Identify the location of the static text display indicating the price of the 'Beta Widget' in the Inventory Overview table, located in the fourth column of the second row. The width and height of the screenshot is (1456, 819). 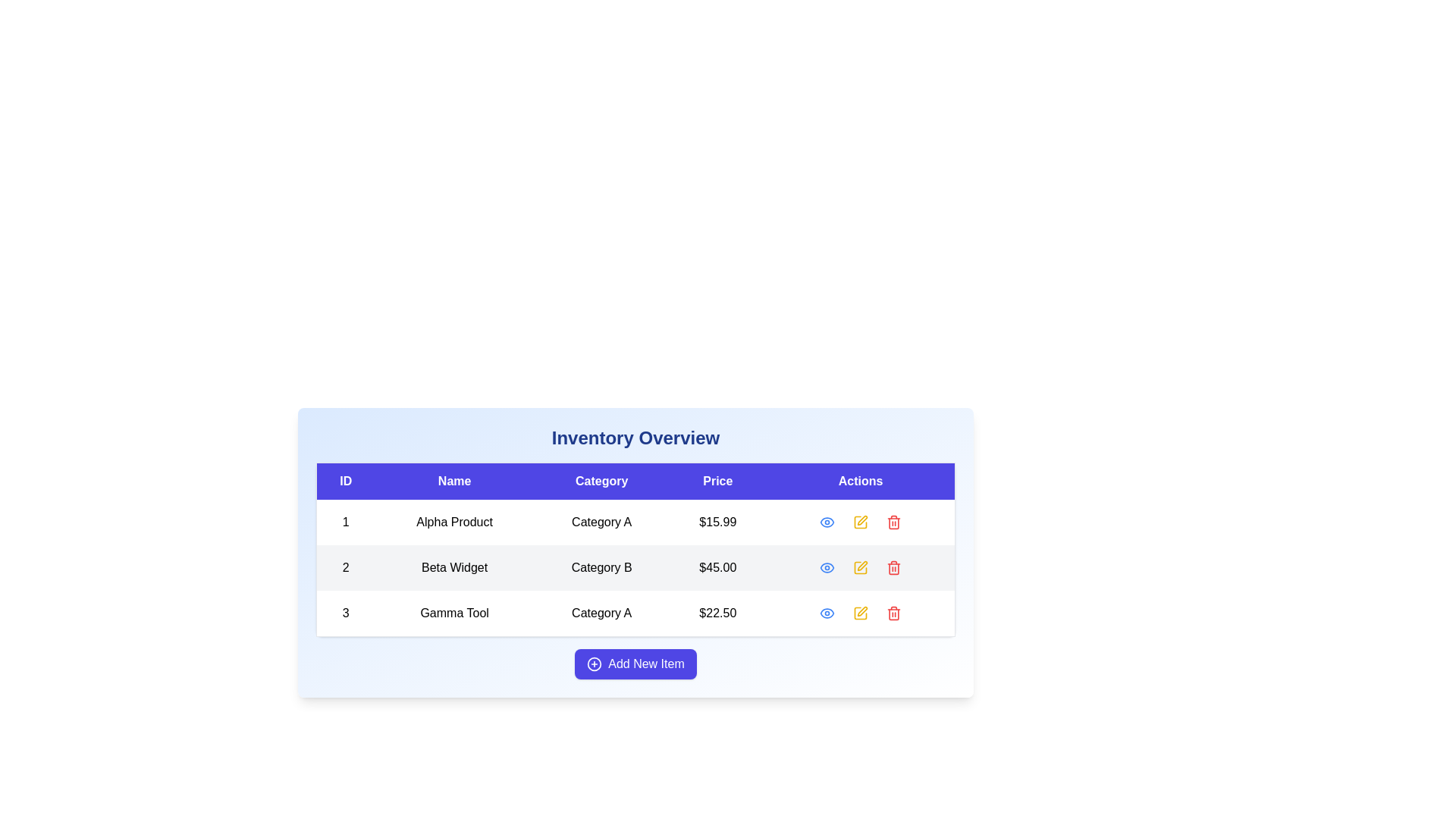
(717, 567).